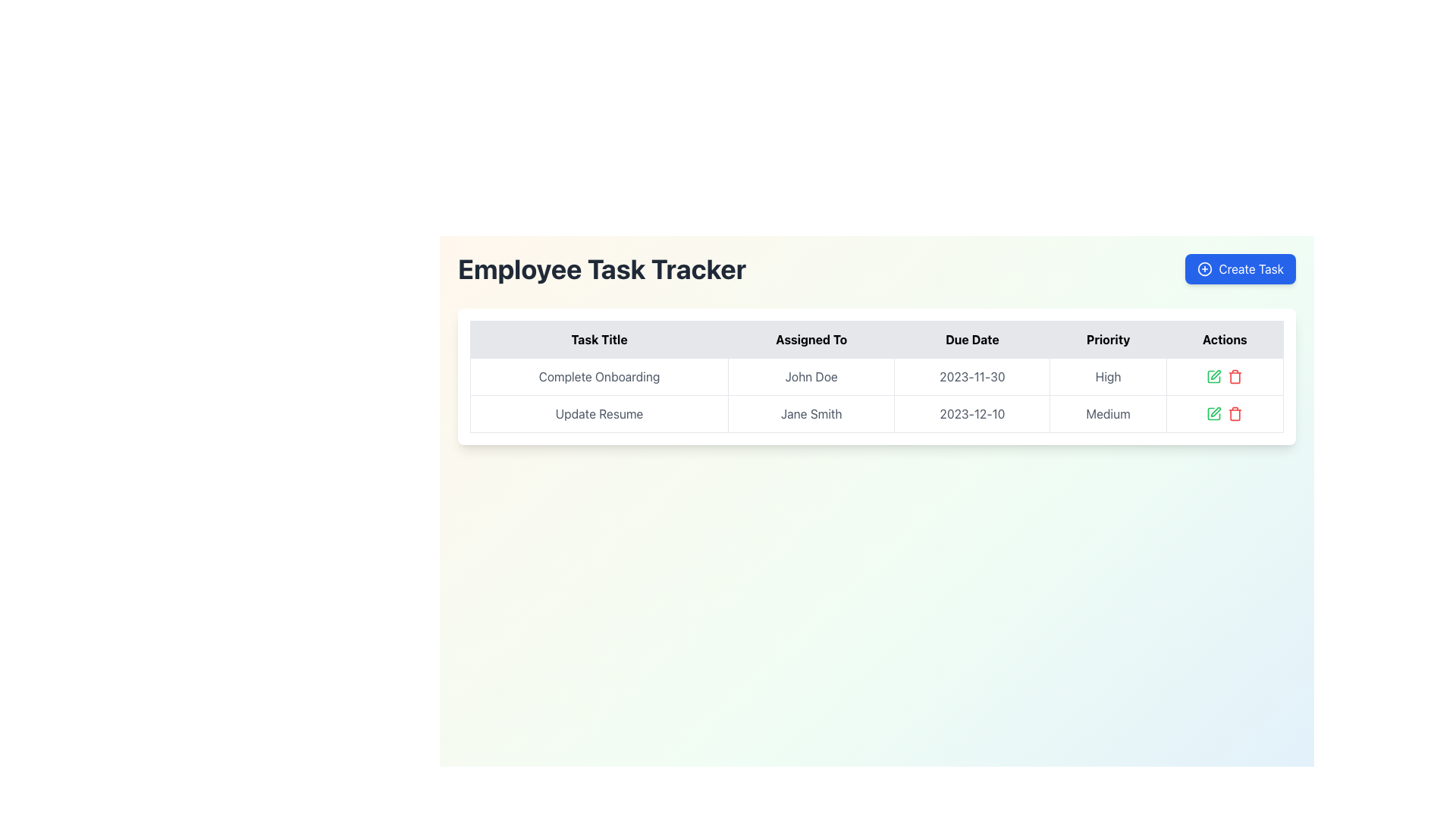 The image size is (1456, 819). I want to click on text content of the 'Assigned To' table header, which is the second column header in the table, displayed in bold black font on a light gray background, so click(811, 338).